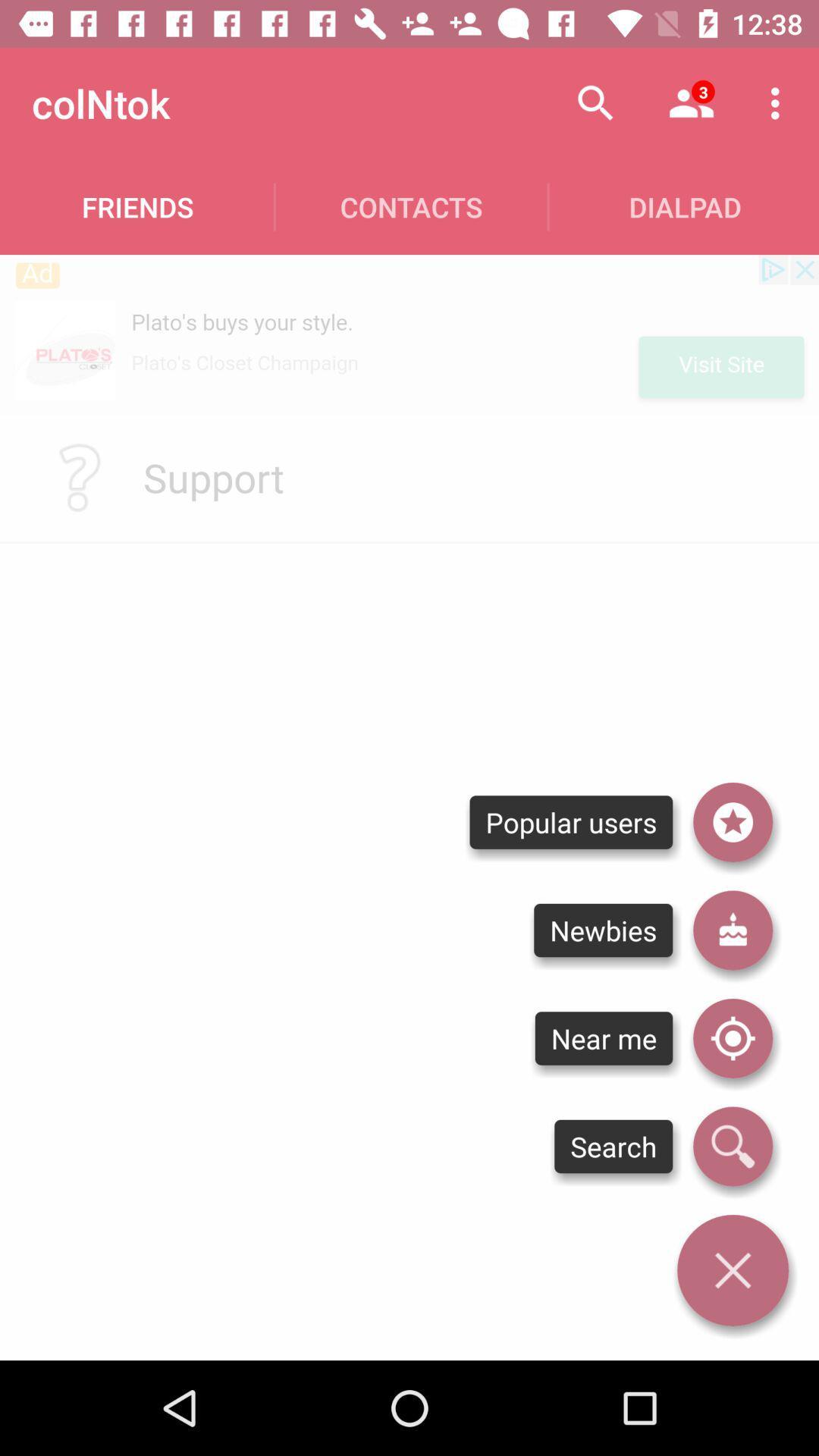 The image size is (819, 1456). What do you see at coordinates (732, 930) in the screenshot?
I see `goto newbies` at bounding box center [732, 930].